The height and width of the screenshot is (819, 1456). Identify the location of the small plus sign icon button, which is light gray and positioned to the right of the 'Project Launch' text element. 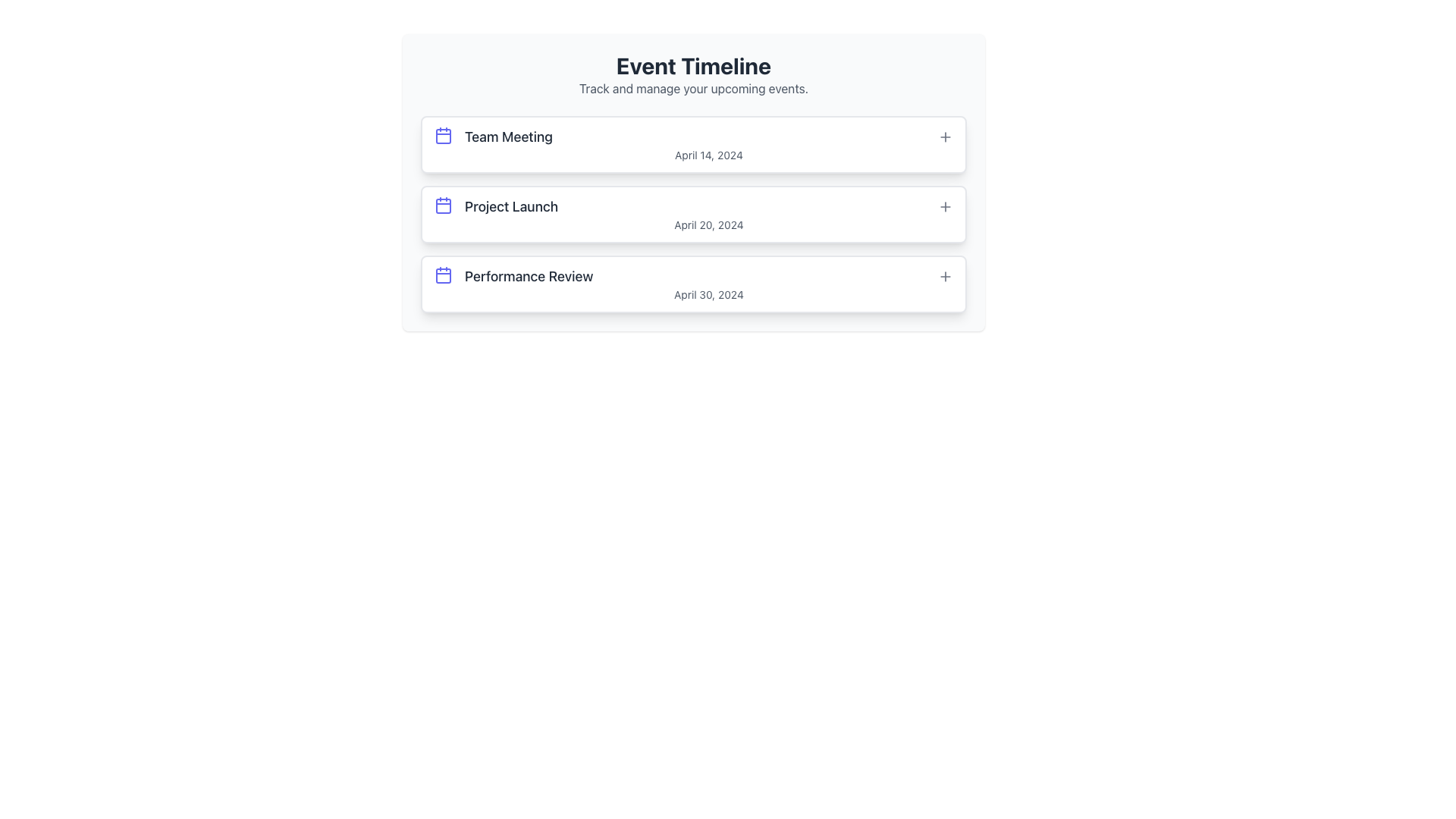
(945, 207).